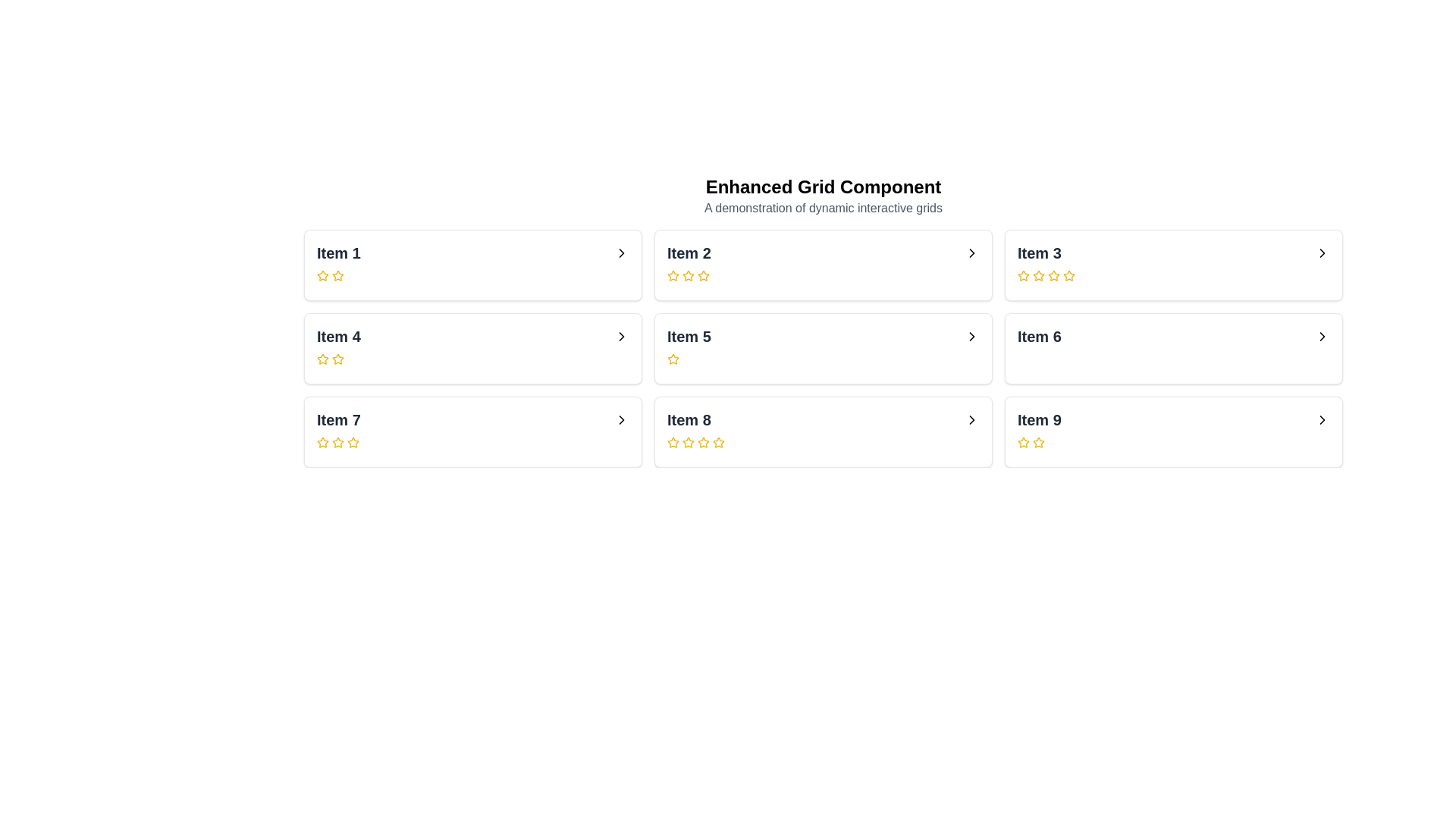  What do you see at coordinates (337, 335) in the screenshot?
I see `the static text label displaying 'Item 4', which is styled as a header in bold, large dark gray font, located in the second row and first column of a grid layout` at bounding box center [337, 335].